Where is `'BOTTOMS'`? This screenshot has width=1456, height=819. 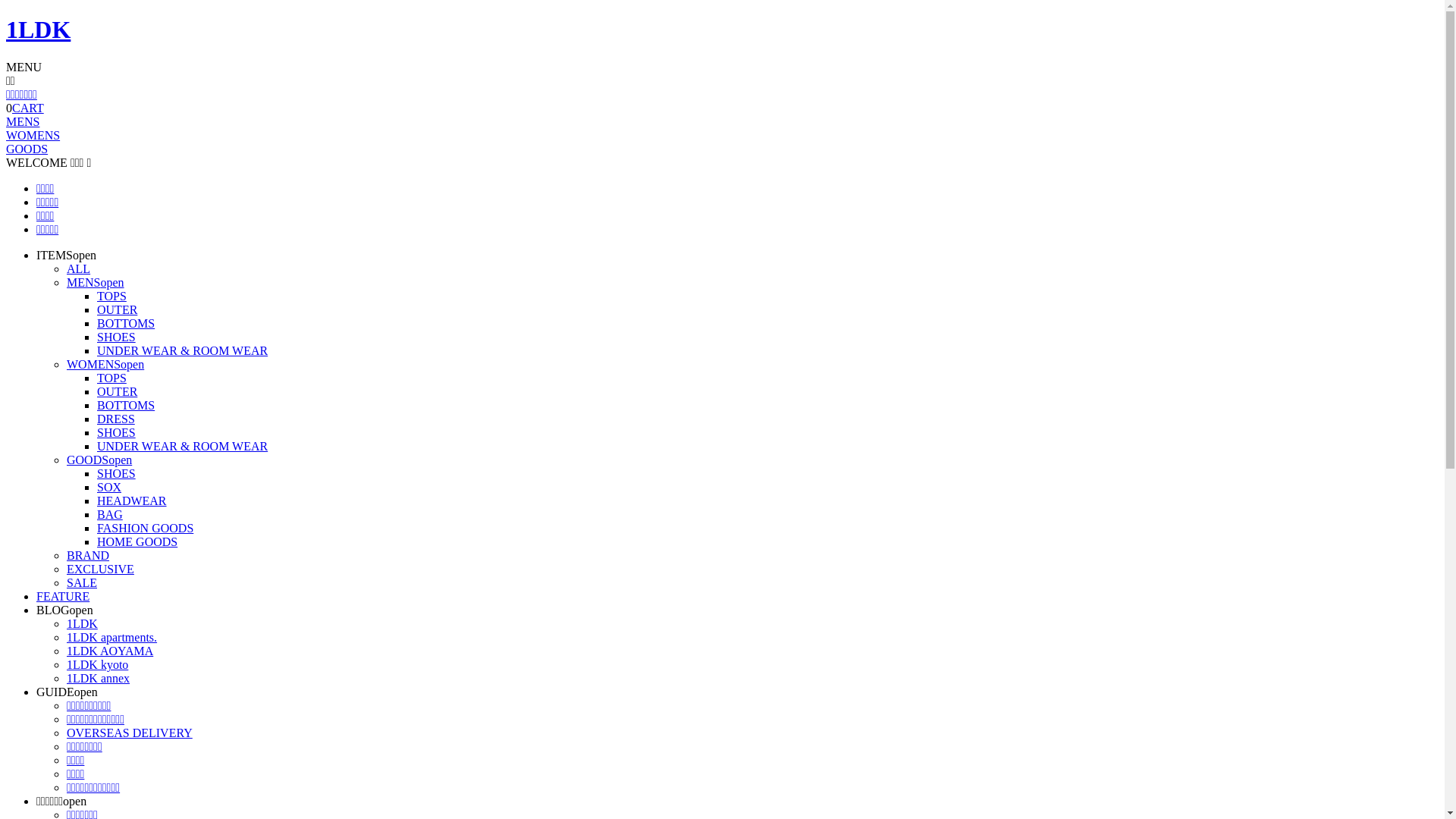
'BOTTOMS' is located at coordinates (126, 322).